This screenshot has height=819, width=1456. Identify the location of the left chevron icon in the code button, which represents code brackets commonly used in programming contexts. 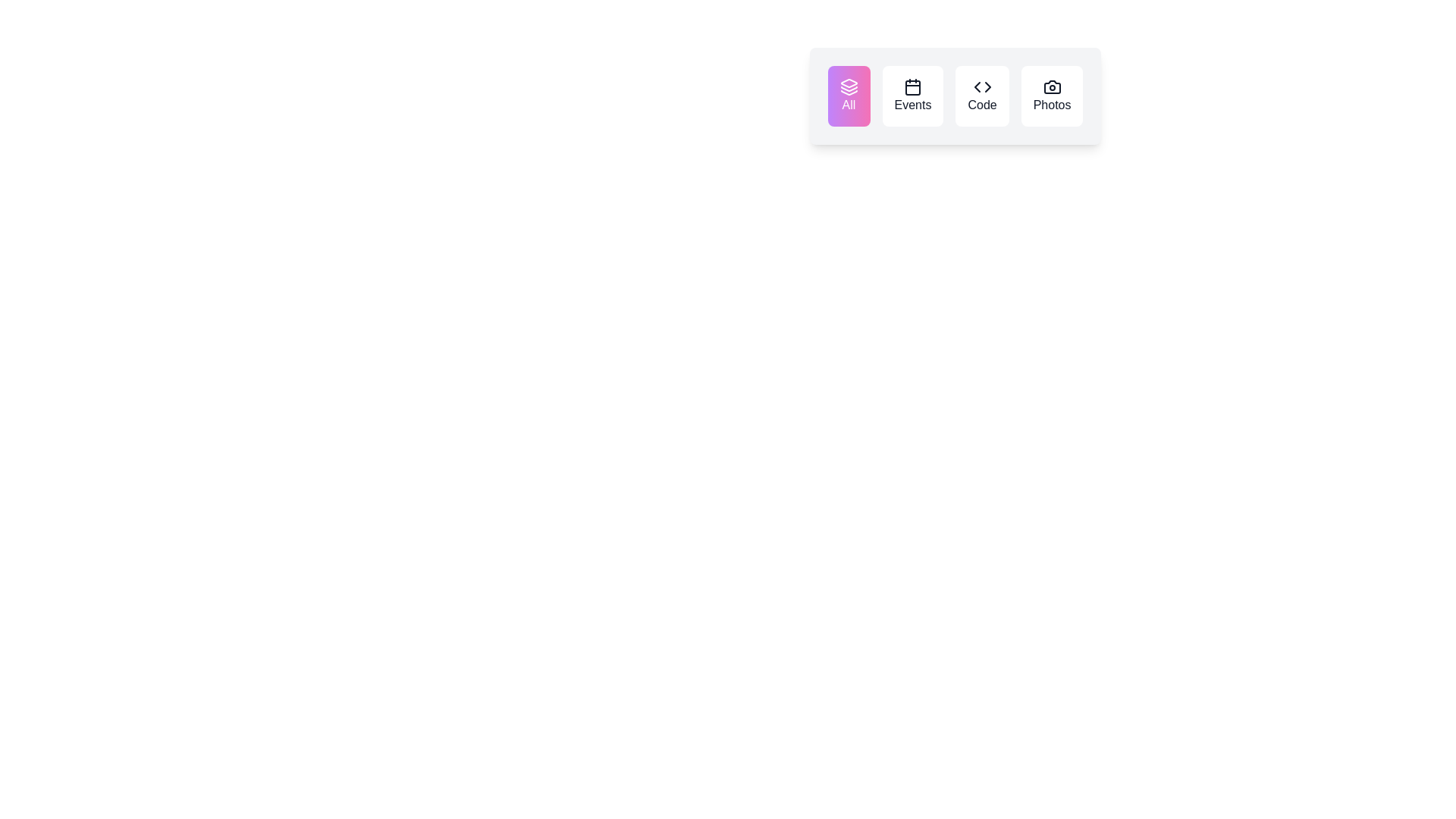
(977, 87).